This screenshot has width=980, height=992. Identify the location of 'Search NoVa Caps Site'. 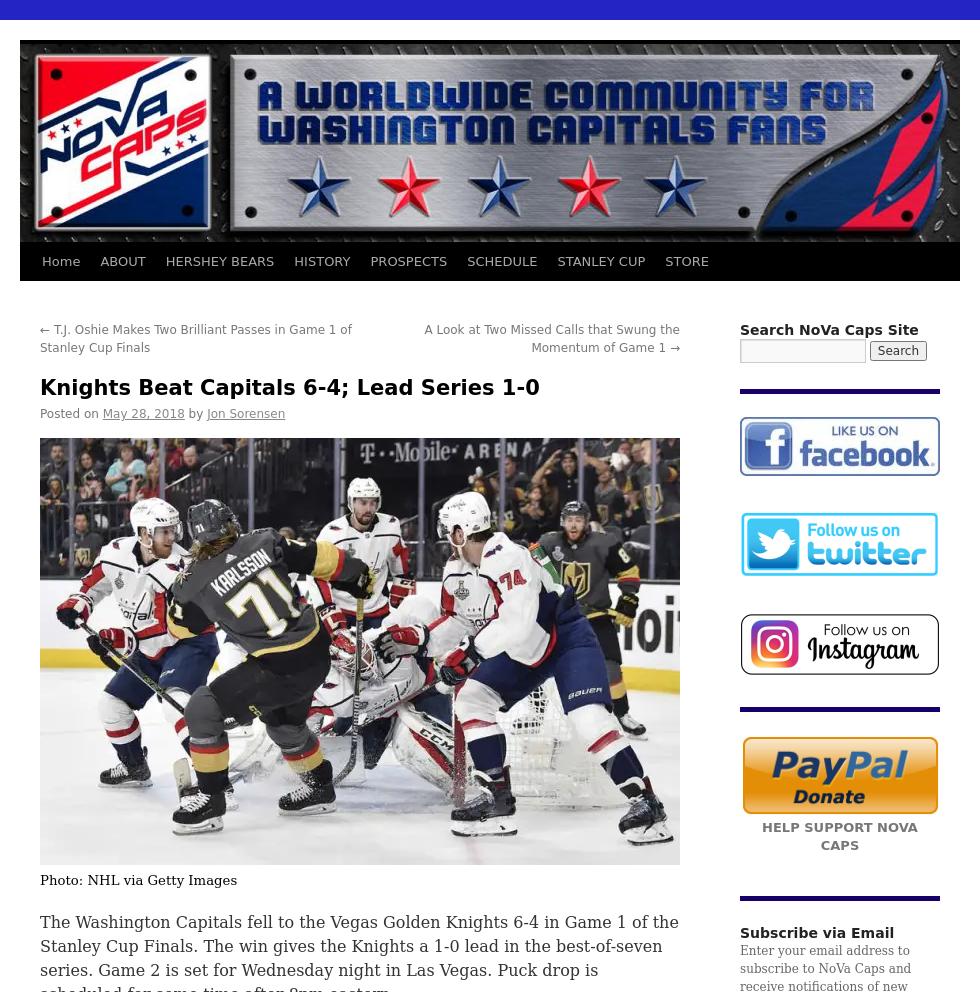
(739, 330).